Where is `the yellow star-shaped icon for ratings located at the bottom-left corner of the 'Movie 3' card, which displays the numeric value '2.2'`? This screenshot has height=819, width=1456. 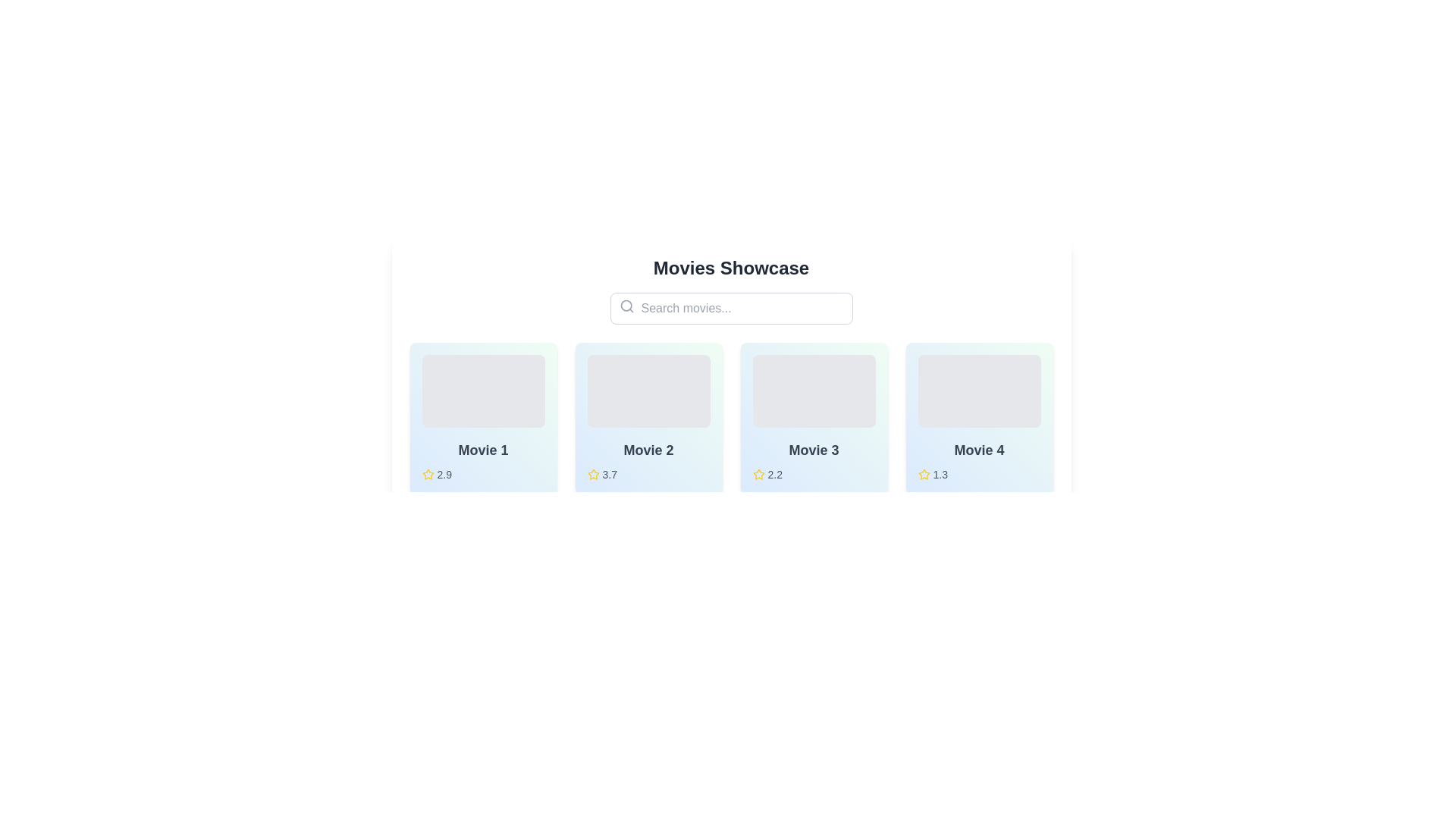 the yellow star-shaped icon for ratings located at the bottom-left corner of the 'Movie 3' card, which displays the numeric value '2.2' is located at coordinates (758, 473).